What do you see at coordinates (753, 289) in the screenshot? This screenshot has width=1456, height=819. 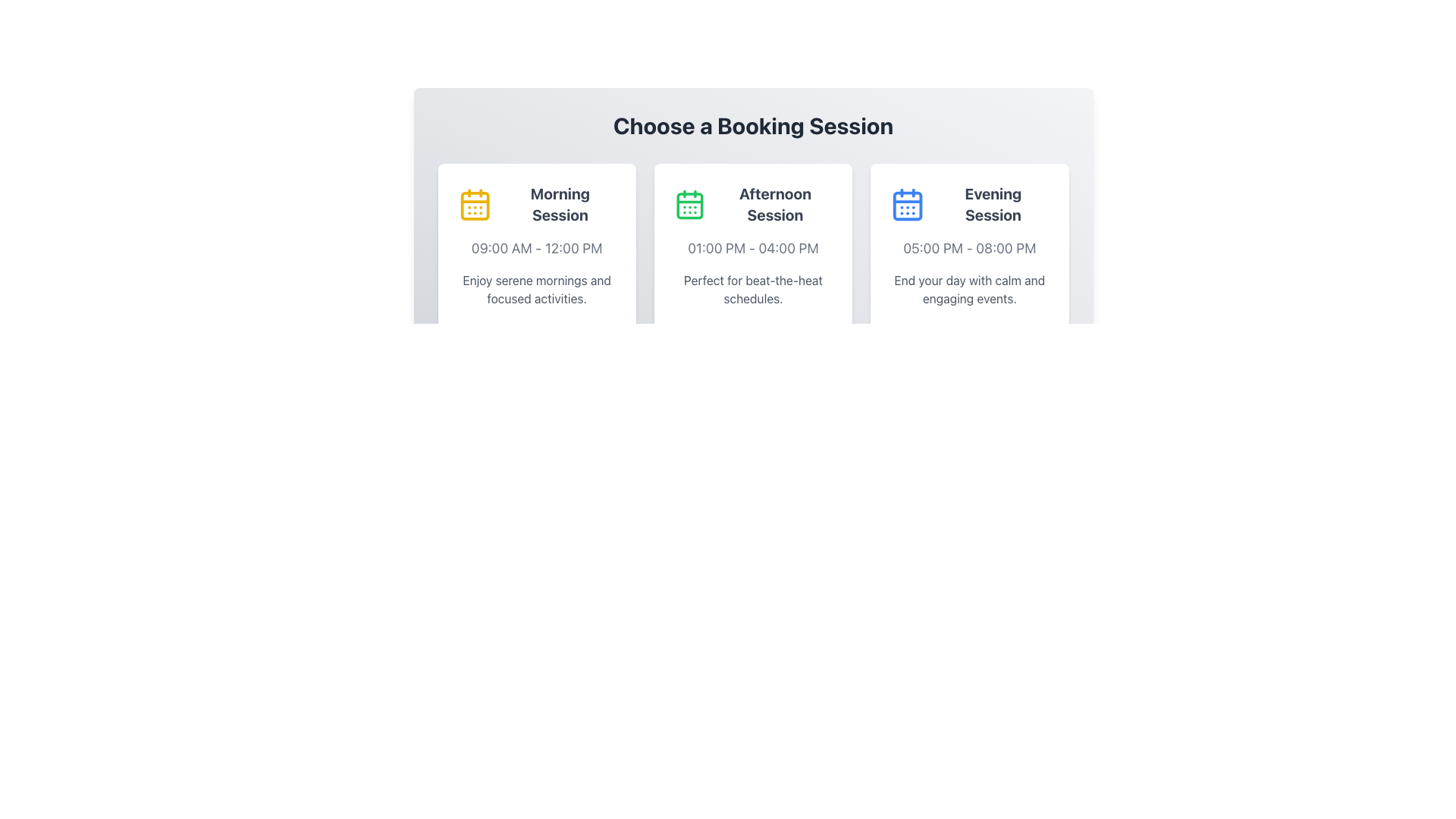 I see `descriptive text located underneath the title 'Afternoon Session' and the time slot '01:00 PM - 04:00 PM' in the central white card of the 3-card layout` at bounding box center [753, 289].